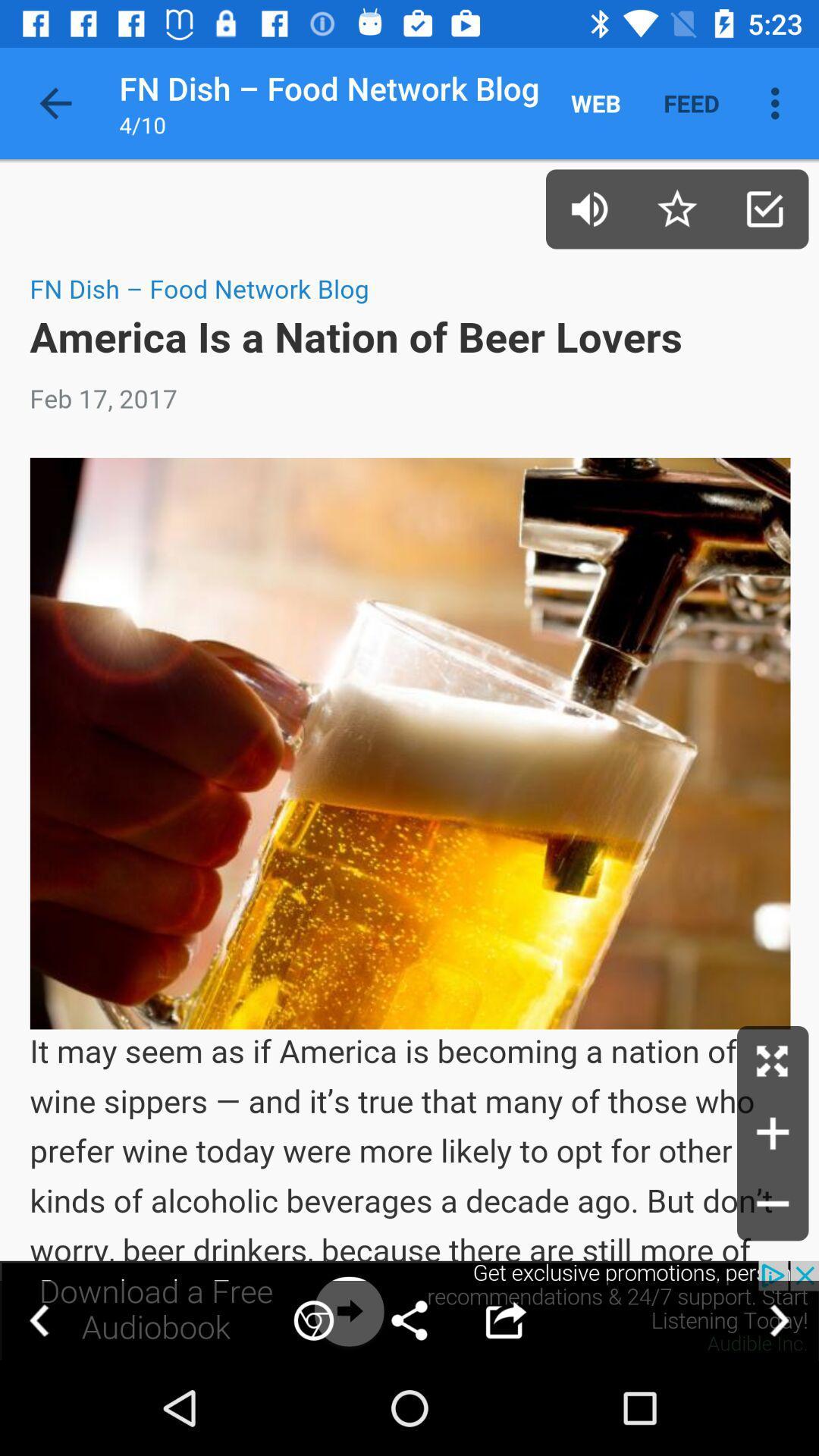  I want to click on the share icon, so click(409, 1319).